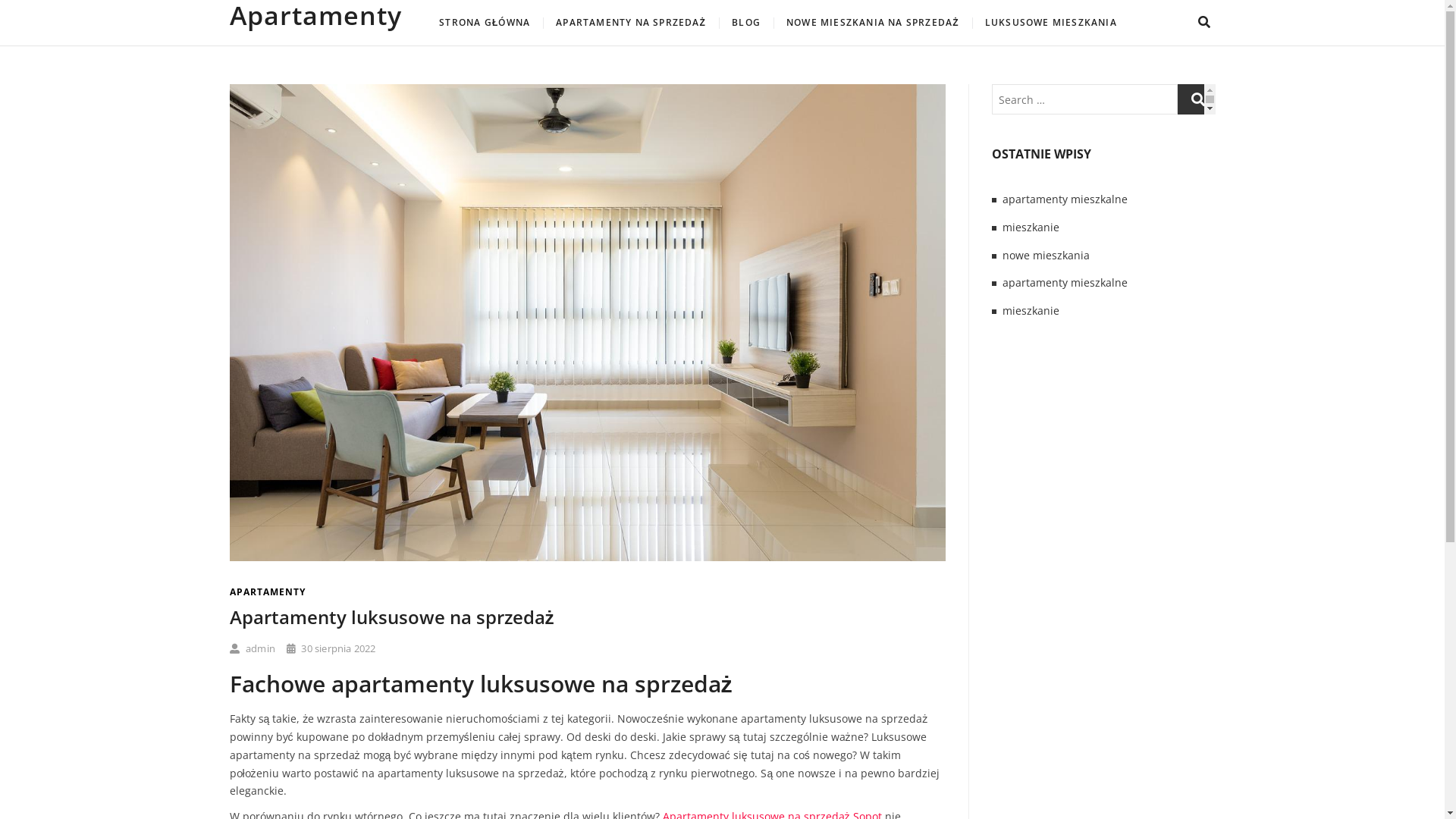 This screenshot has width=1456, height=819. I want to click on 'mieszkanie', so click(1031, 227).